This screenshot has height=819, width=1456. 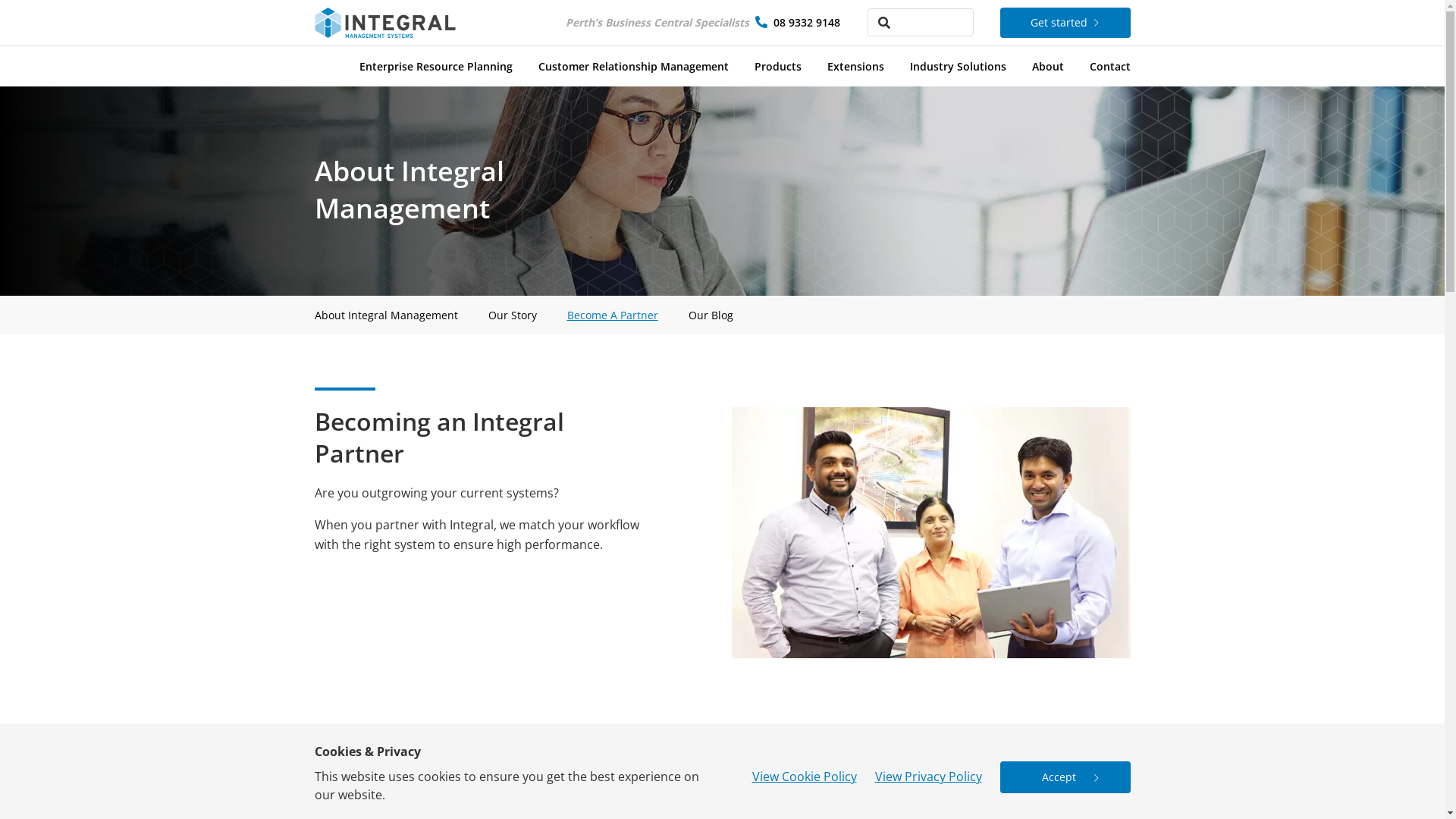 What do you see at coordinates (803, 776) in the screenshot?
I see `'View Cookie Policy'` at bounding box center [803, 776].